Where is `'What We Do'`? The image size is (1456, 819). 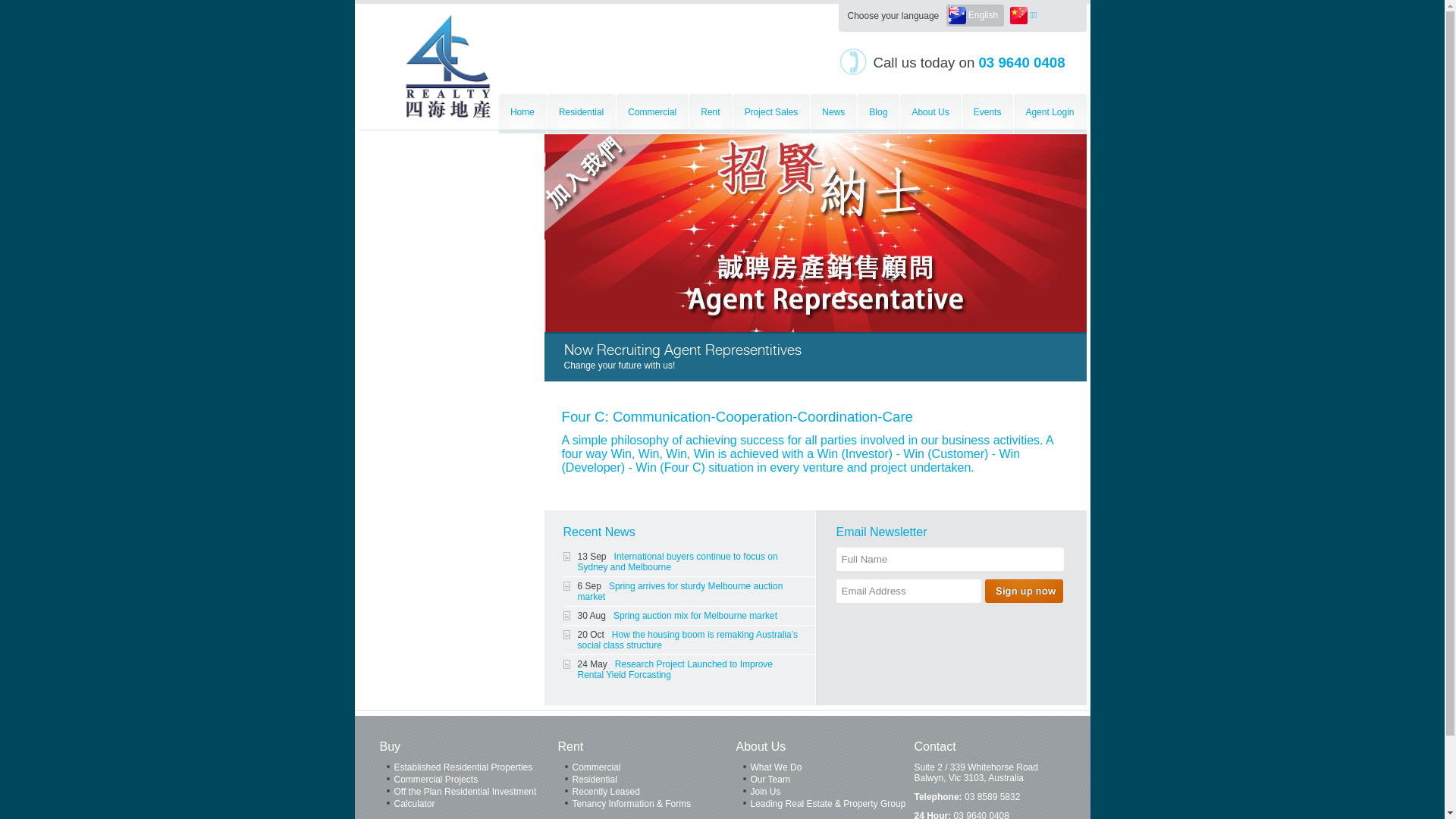
'What We Do' is located at coordinates (824, 768).